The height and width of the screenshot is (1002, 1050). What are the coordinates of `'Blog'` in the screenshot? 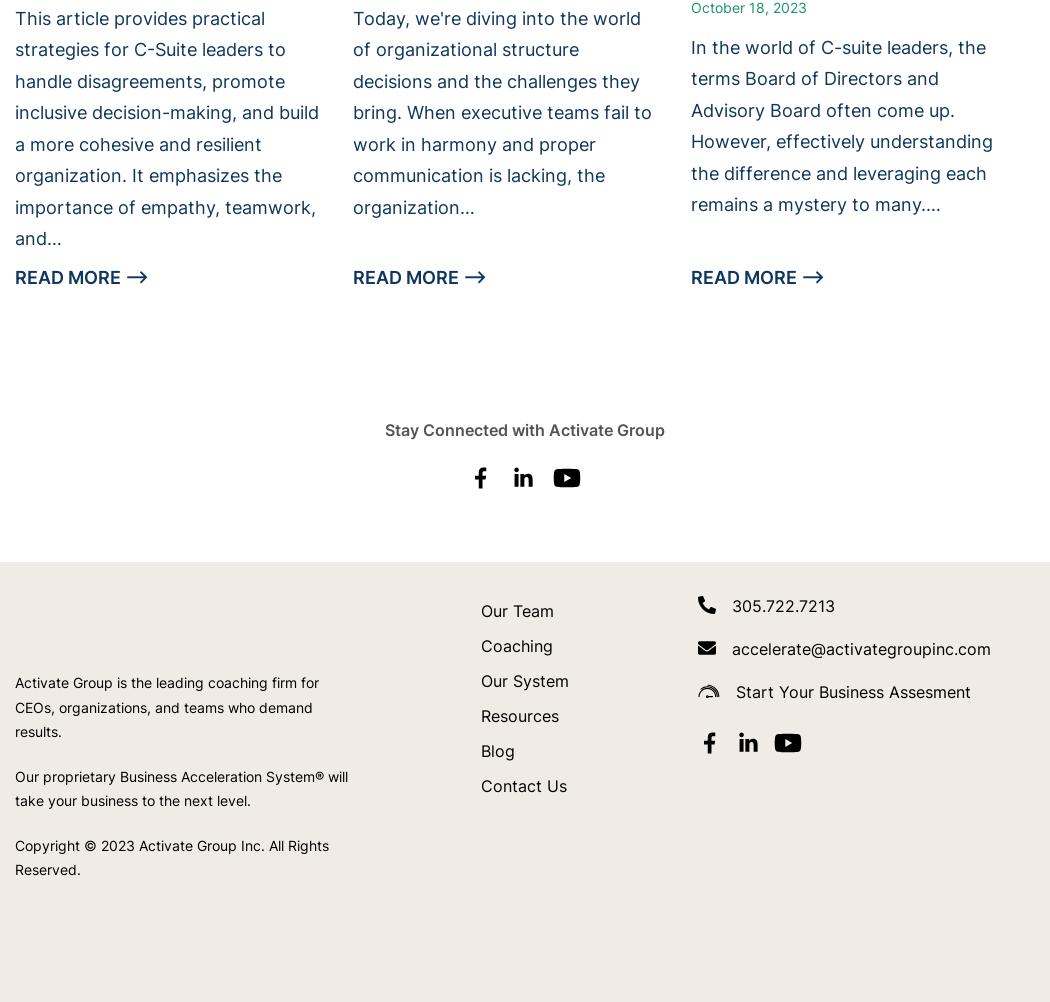 It's located at (497, 749).